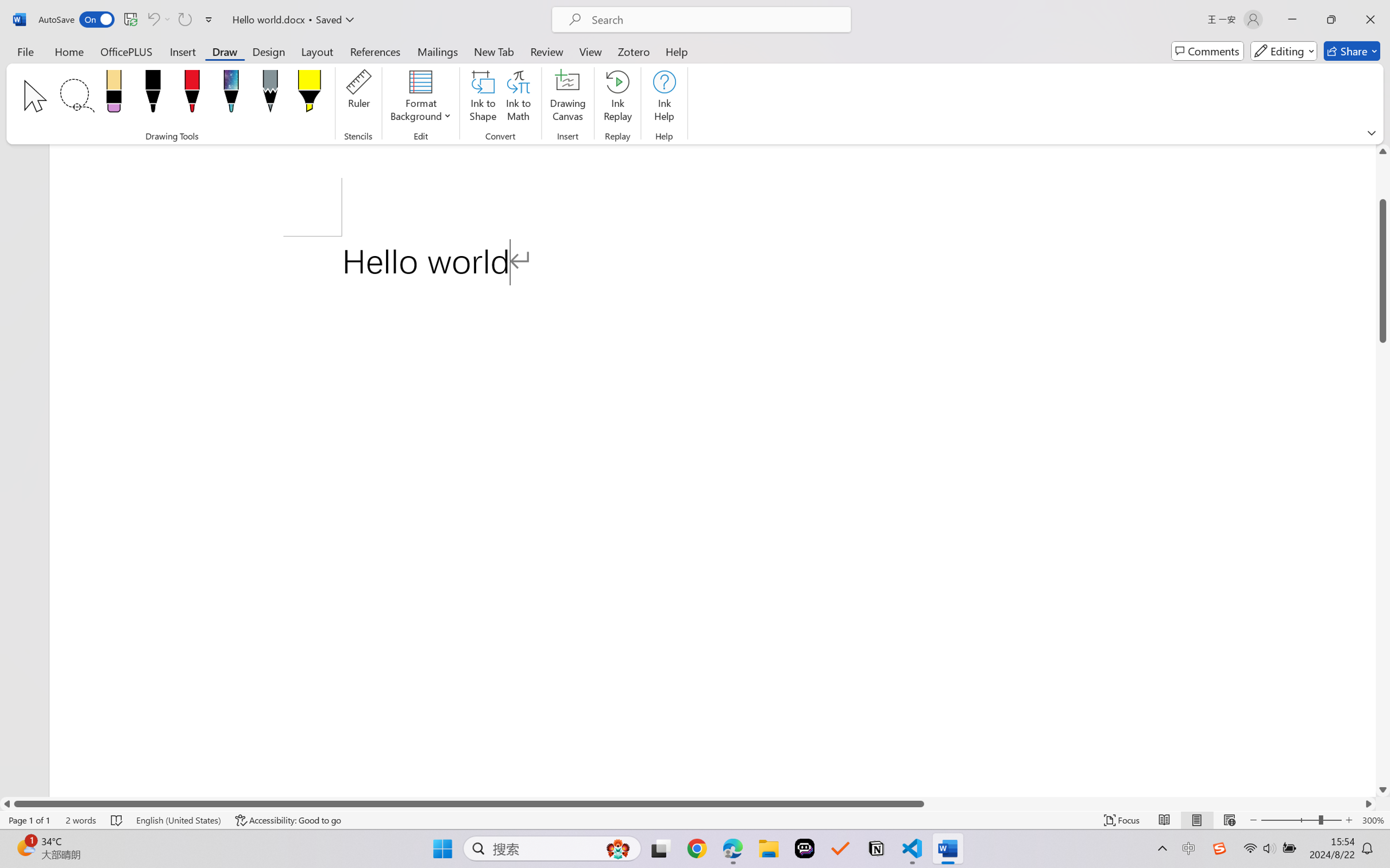  Describe the element at coordinates (1284, 51) in the screenshot. I see `'Mode'` at that location.